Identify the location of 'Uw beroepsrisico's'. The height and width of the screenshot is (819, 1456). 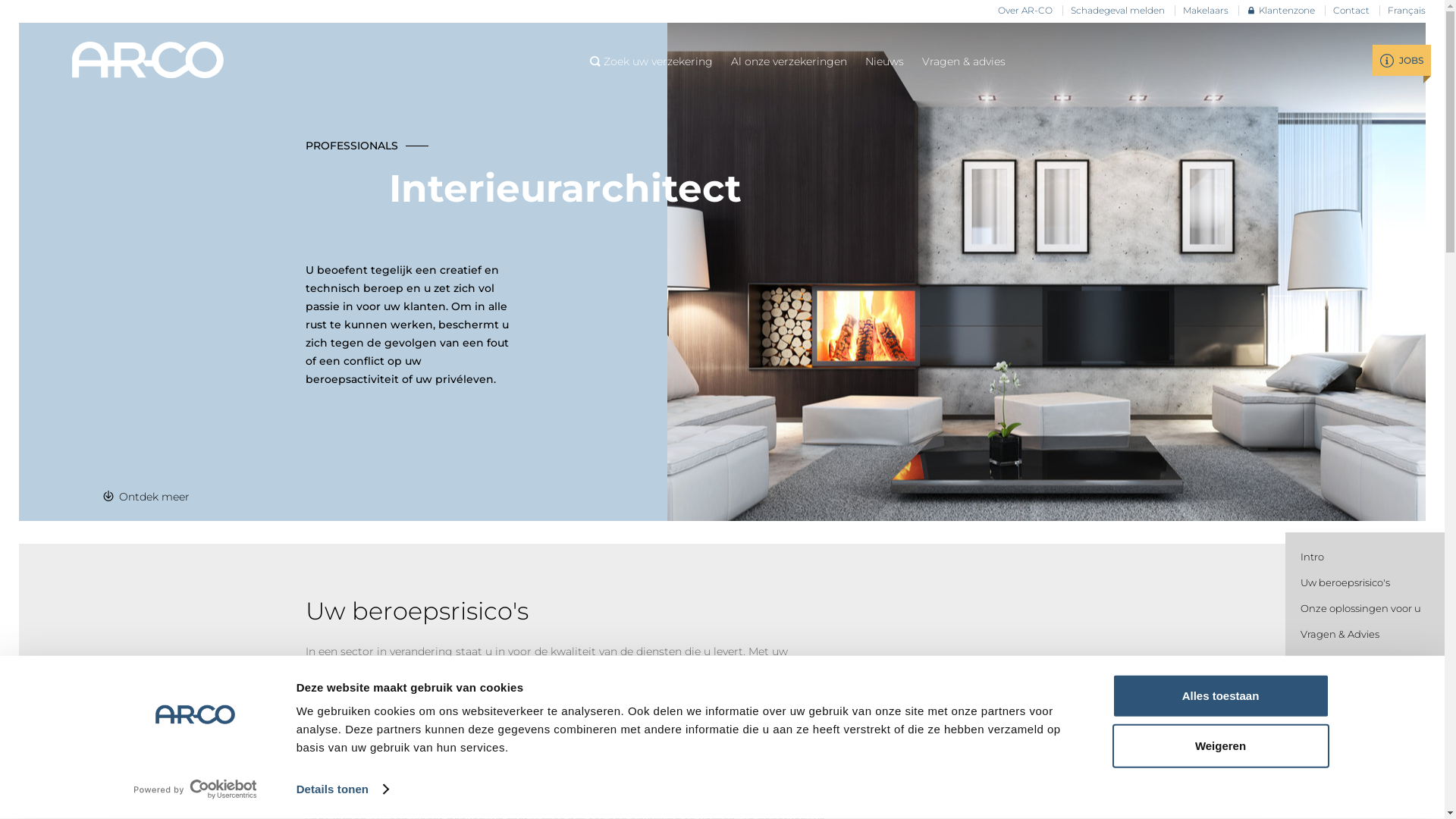
(1345, 581).